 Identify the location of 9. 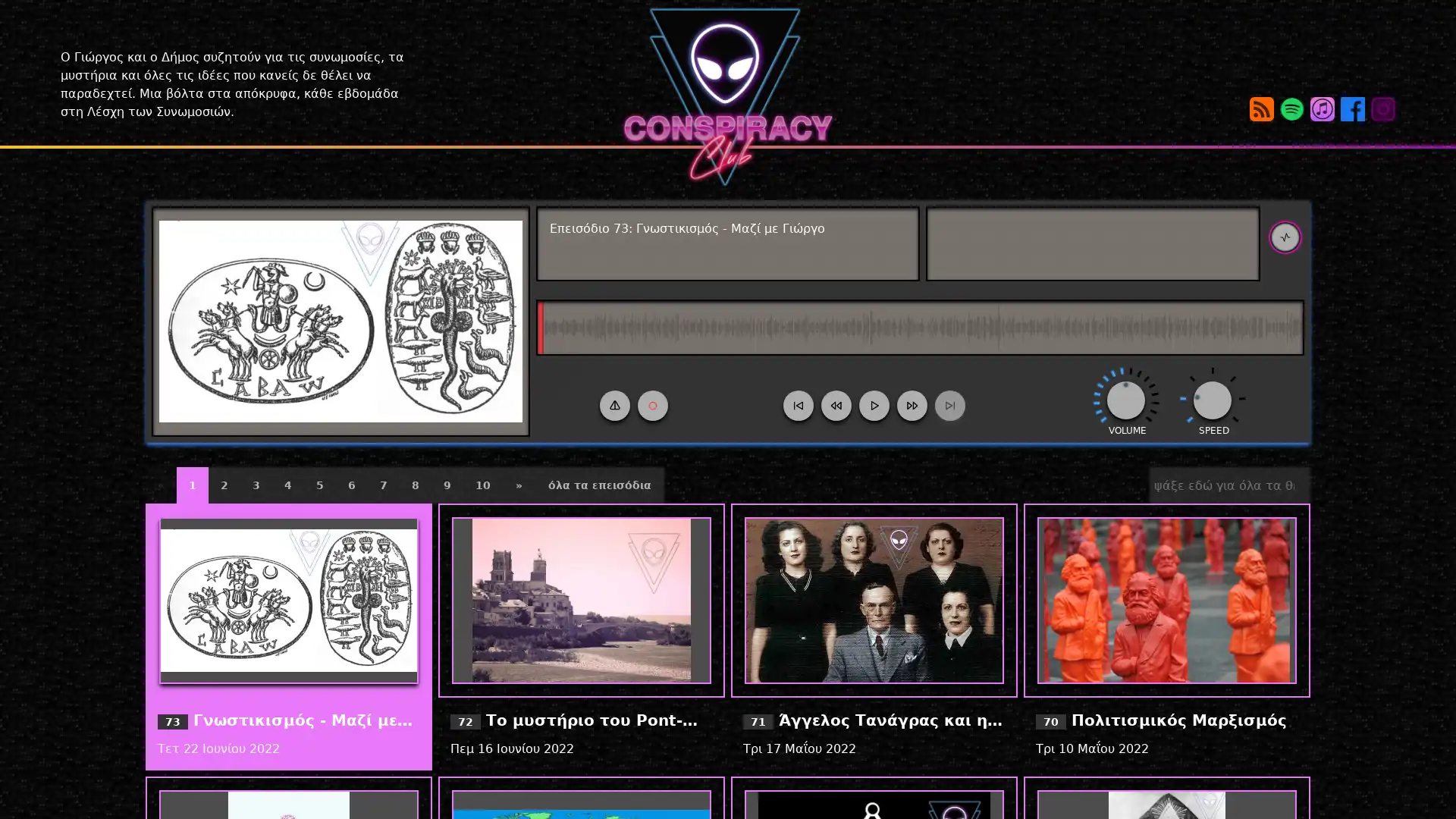
(447, 485).